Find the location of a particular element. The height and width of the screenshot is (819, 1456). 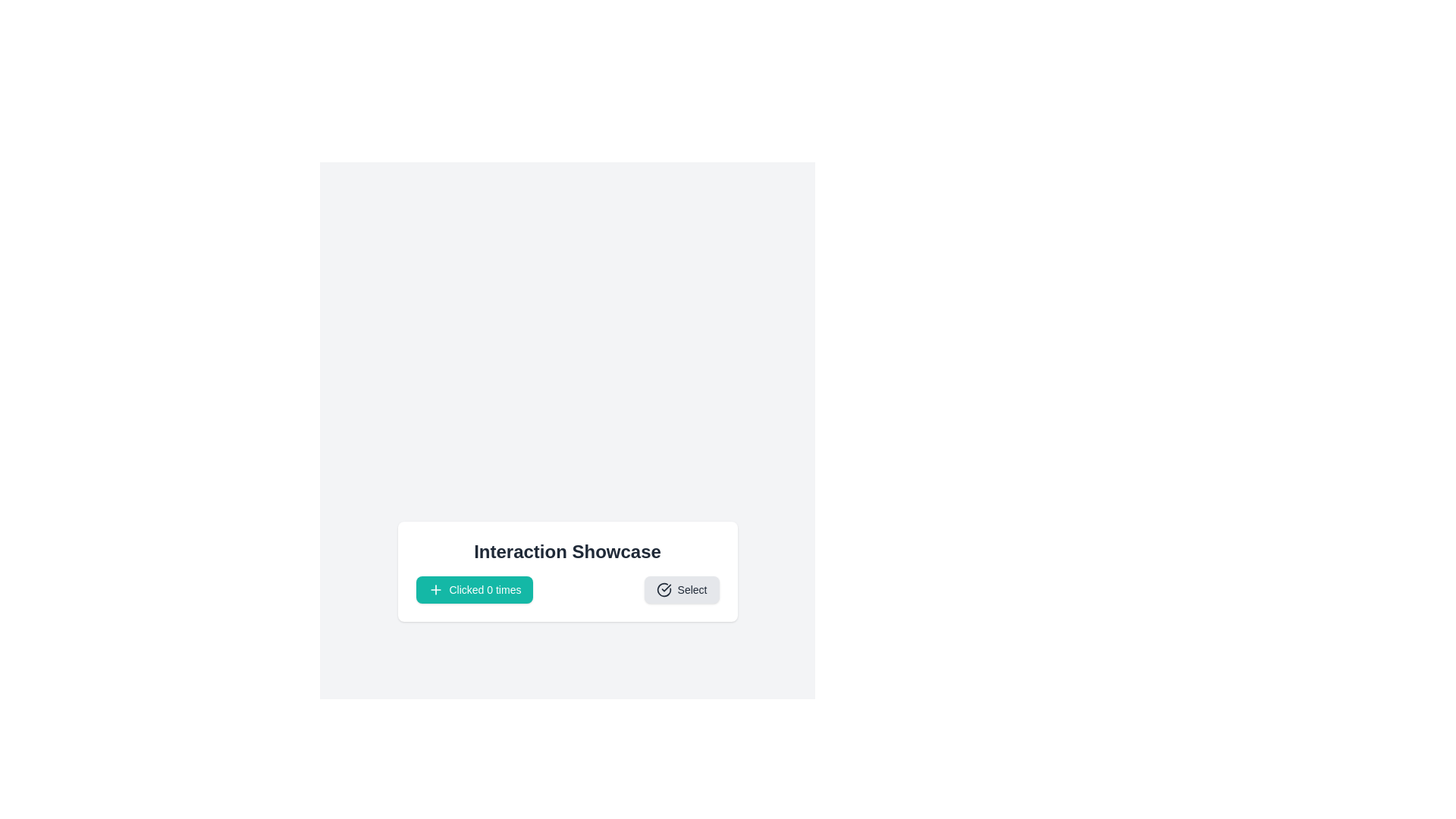

the circular icon with a checkmark inside, which is the first visual component of the 'Select' button is located at coordinates (664, 589).